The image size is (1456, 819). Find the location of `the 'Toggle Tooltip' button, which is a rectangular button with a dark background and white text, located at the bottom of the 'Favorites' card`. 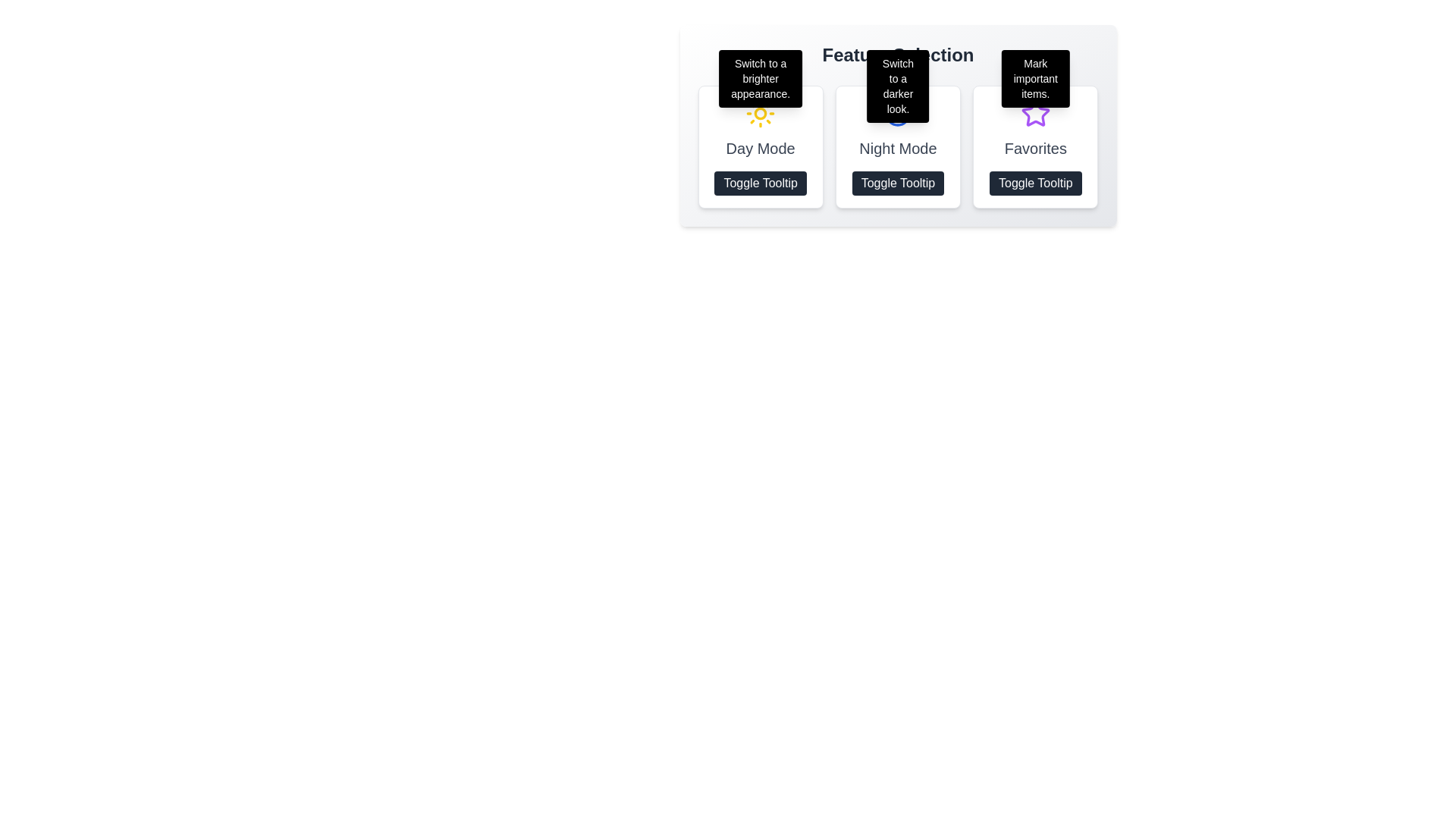

the 'Toggle Tooltip' button, which is a rectangular button with a dark background and white text, located at the bottom of the 'Favorites' card is located at coordinates (1034, 183).